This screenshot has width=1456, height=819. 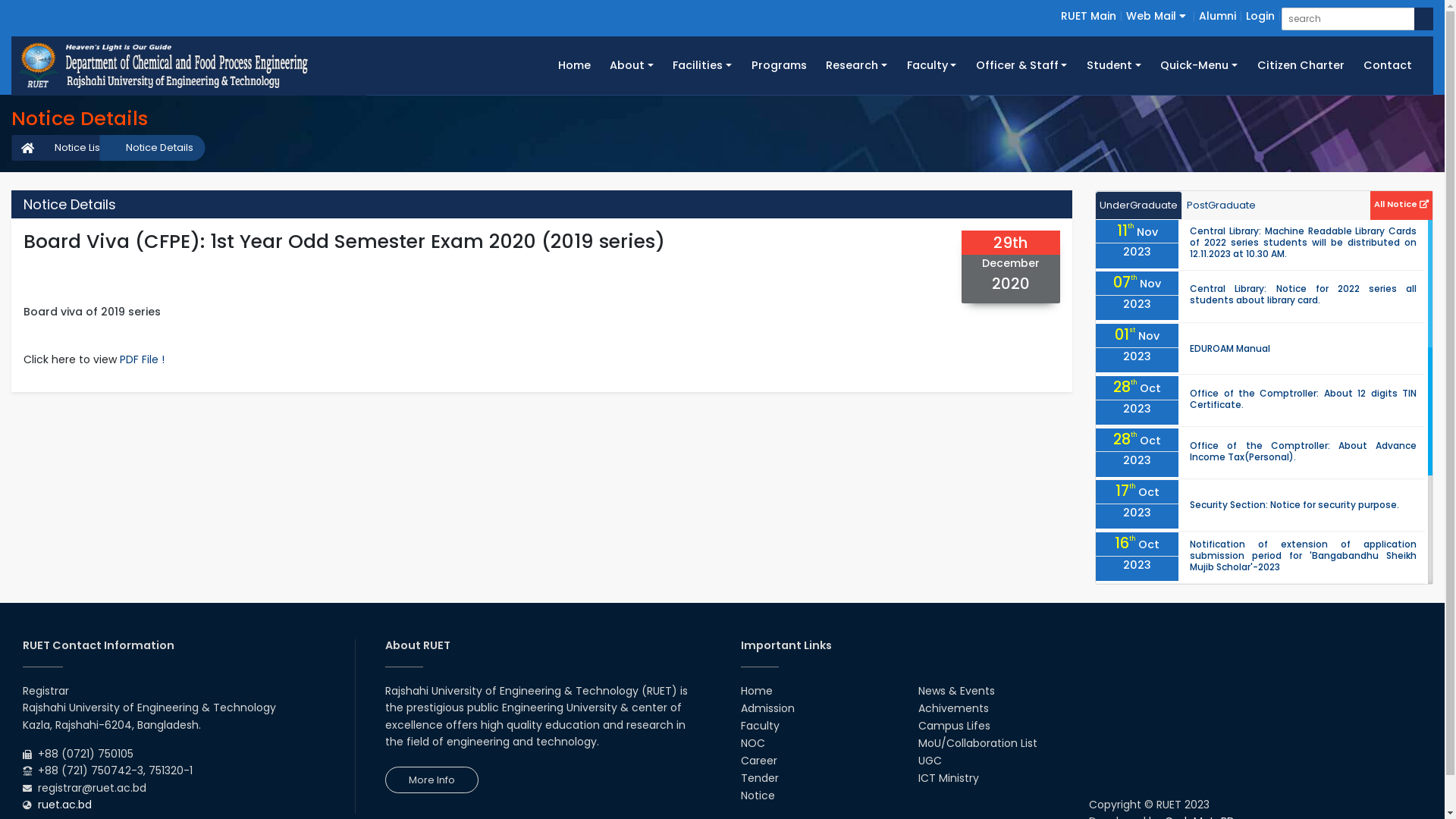 What do you see at coordinates (779, 64) in the screenshot?
I see `'Programs'` at bounding box center [779, 64].